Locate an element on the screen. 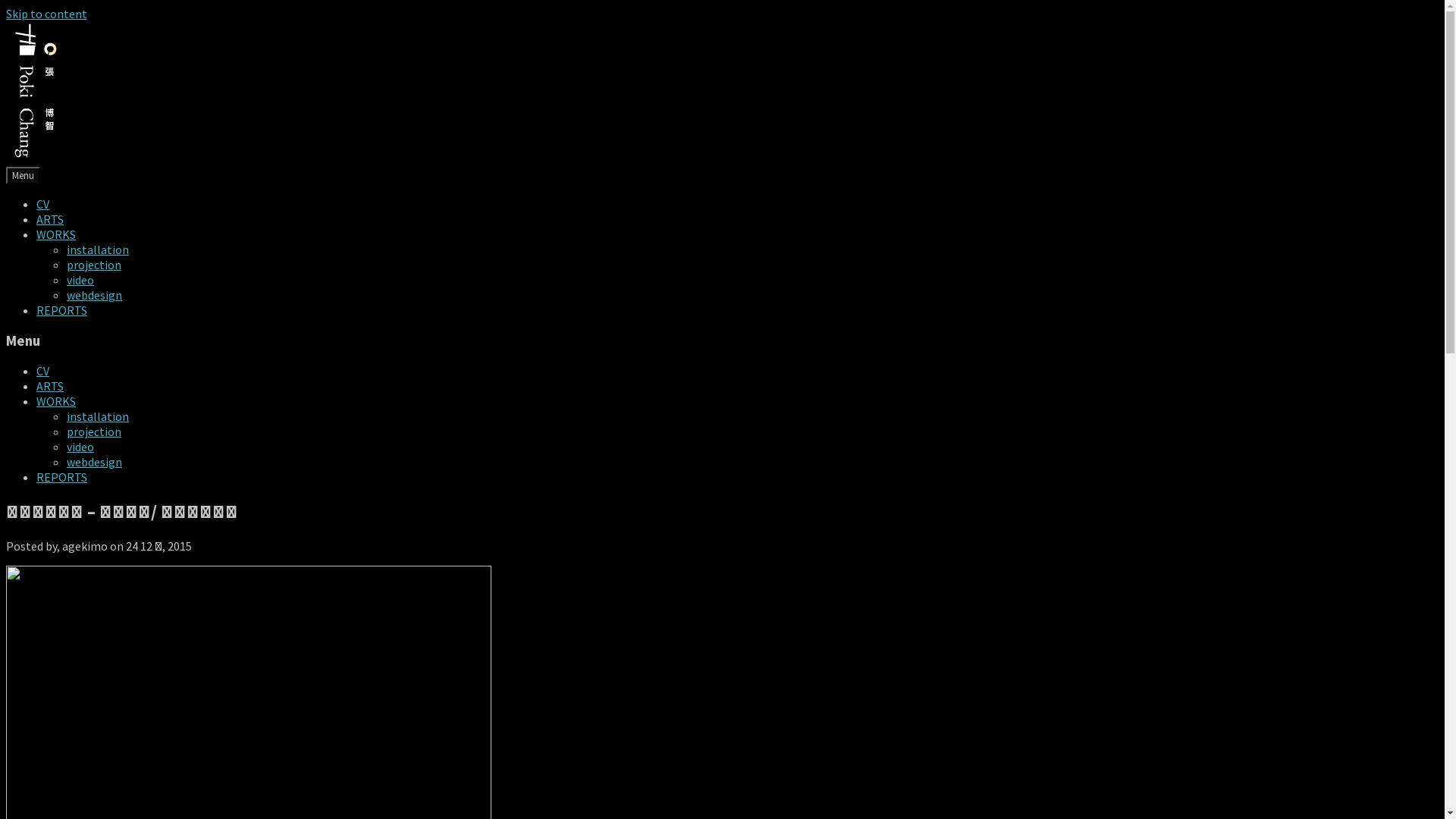 The width and height of the screenshot is (1456, 819). 'video' is located at coordinates (65, 446).